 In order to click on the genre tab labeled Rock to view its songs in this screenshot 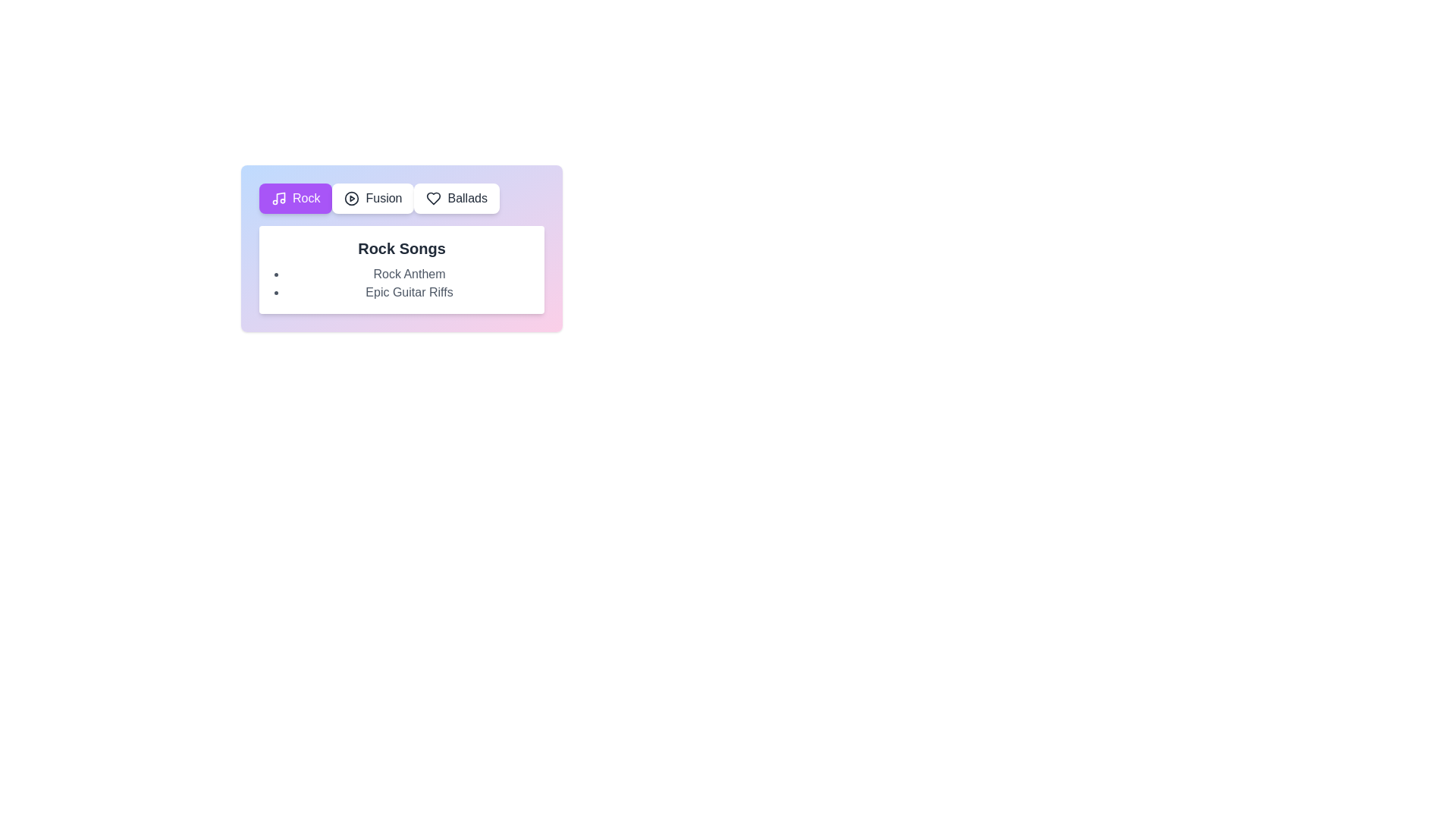, I will do `click(295, 198)`.